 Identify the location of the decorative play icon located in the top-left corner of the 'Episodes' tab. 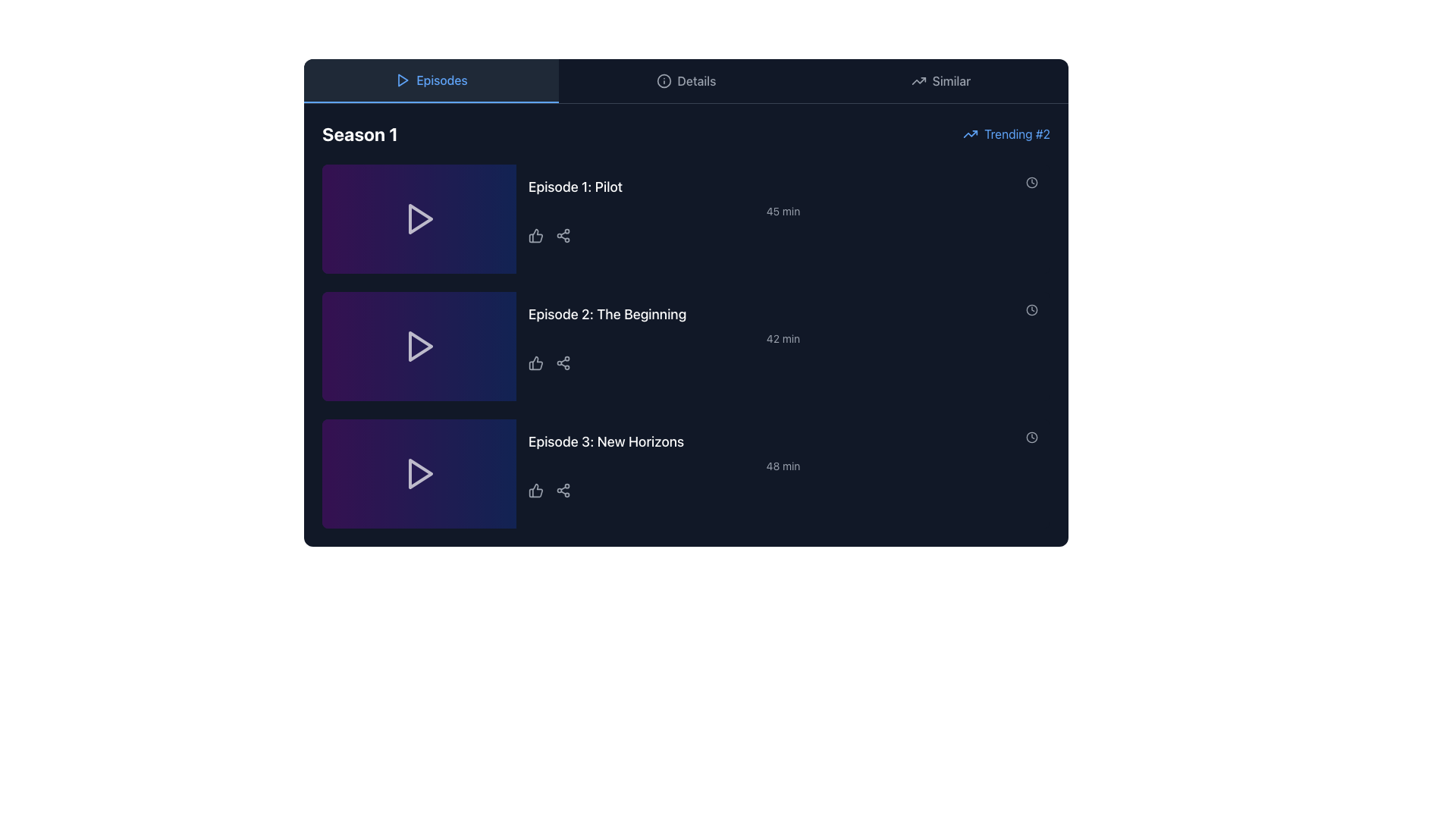
(403, 80).